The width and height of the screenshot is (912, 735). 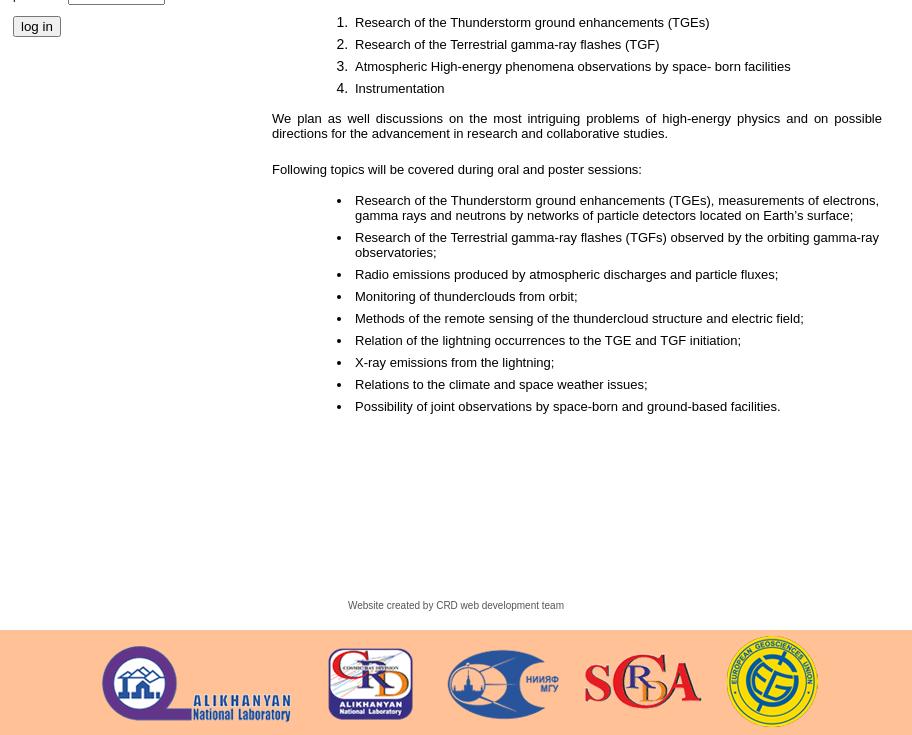 What do you see at coordinates (505, 43) in the screenshot?
I see `'Research of the Terrestrial gamma-ray flashes (TGF)'` at bounding box center [505, 43].